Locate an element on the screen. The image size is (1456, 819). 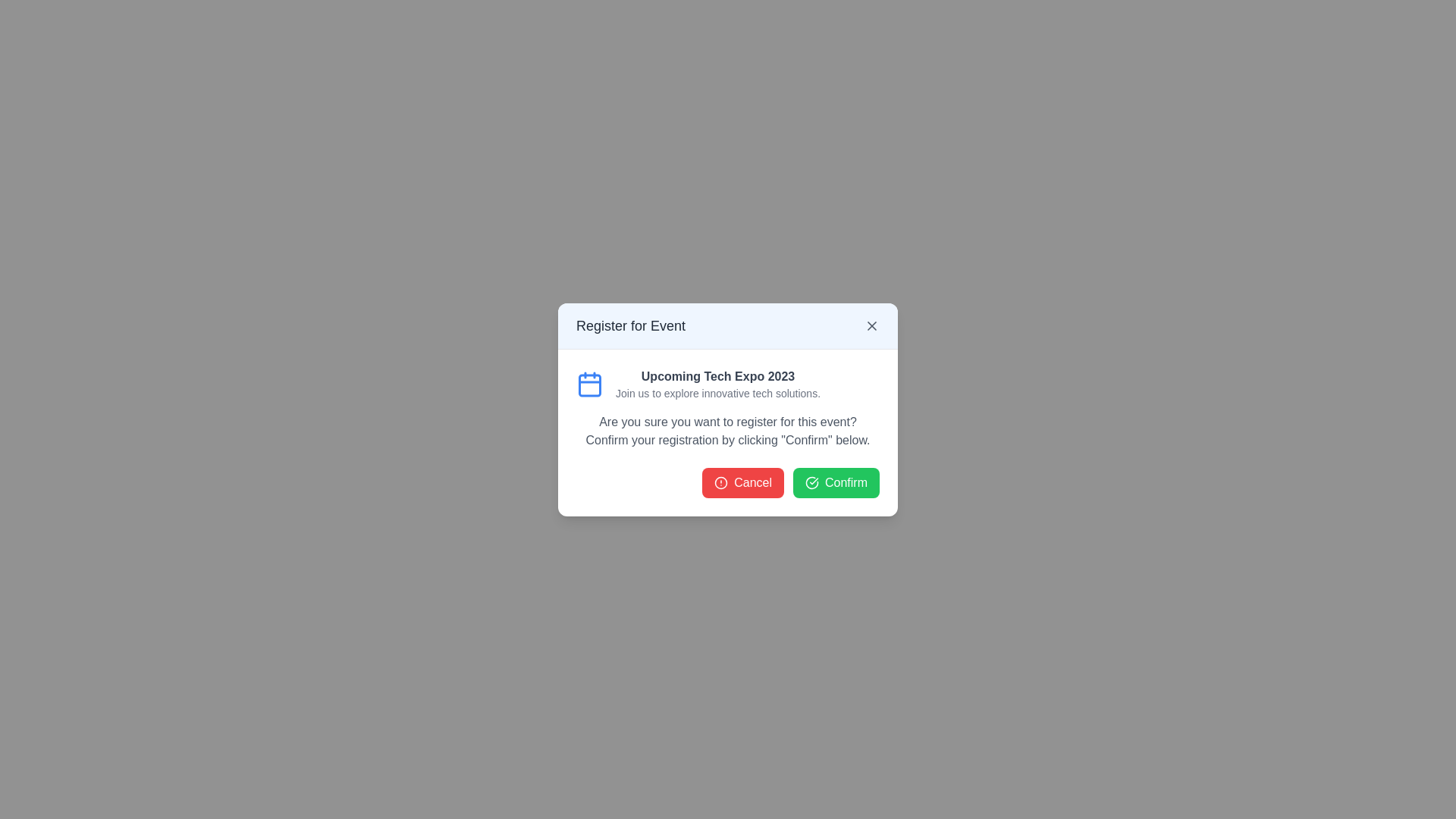
the 'Cancel' button in the button group at the bottom of the registration dialog to abort the registration process is located at coordinates (728, 482).